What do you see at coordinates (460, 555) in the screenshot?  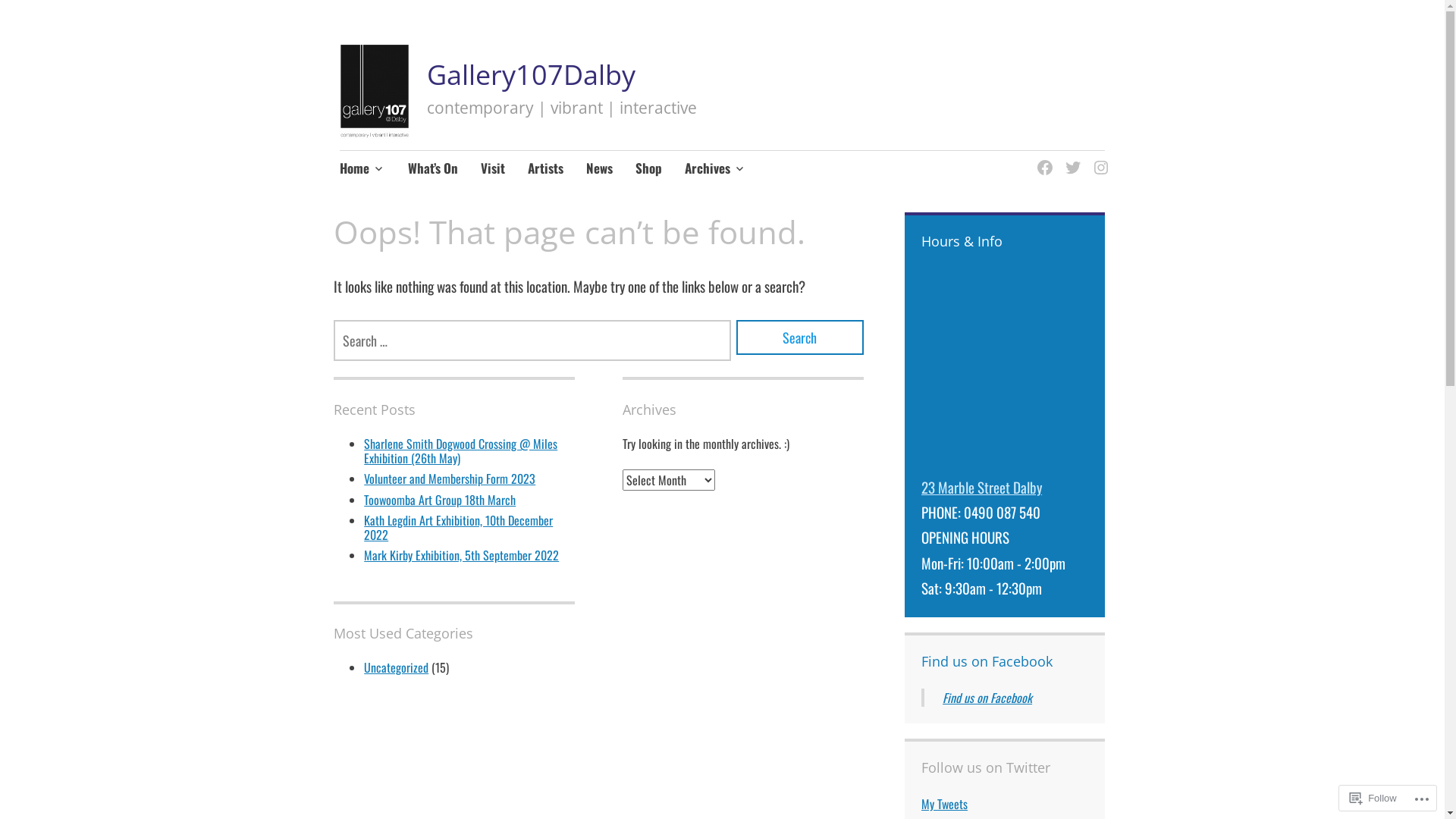 I see `'Mark Kirby Exhibition, 5th September 2022'` at bounding box center [460, 555].